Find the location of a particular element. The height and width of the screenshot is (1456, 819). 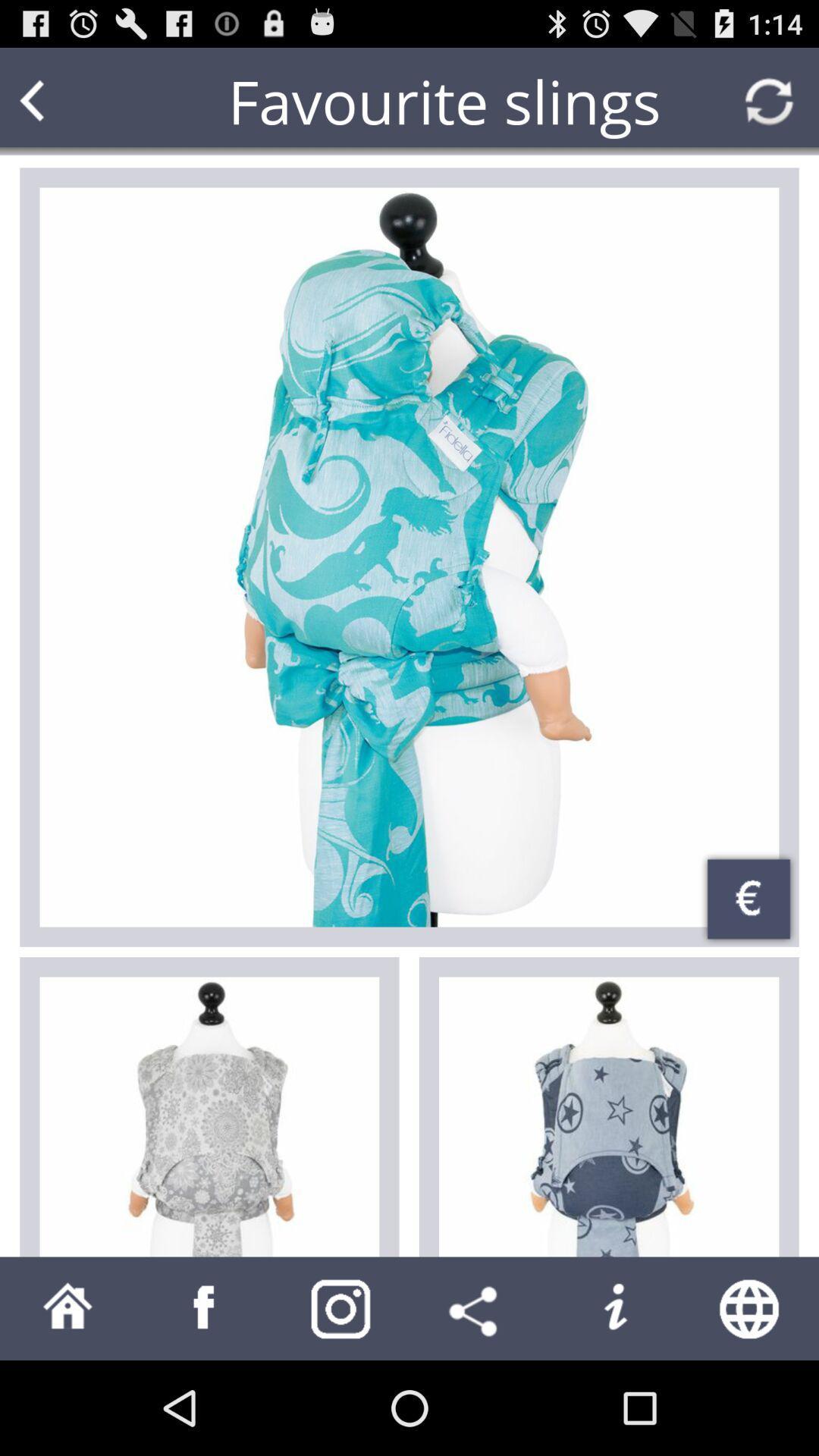

the globe icon is located at coordinates (751, 1400).